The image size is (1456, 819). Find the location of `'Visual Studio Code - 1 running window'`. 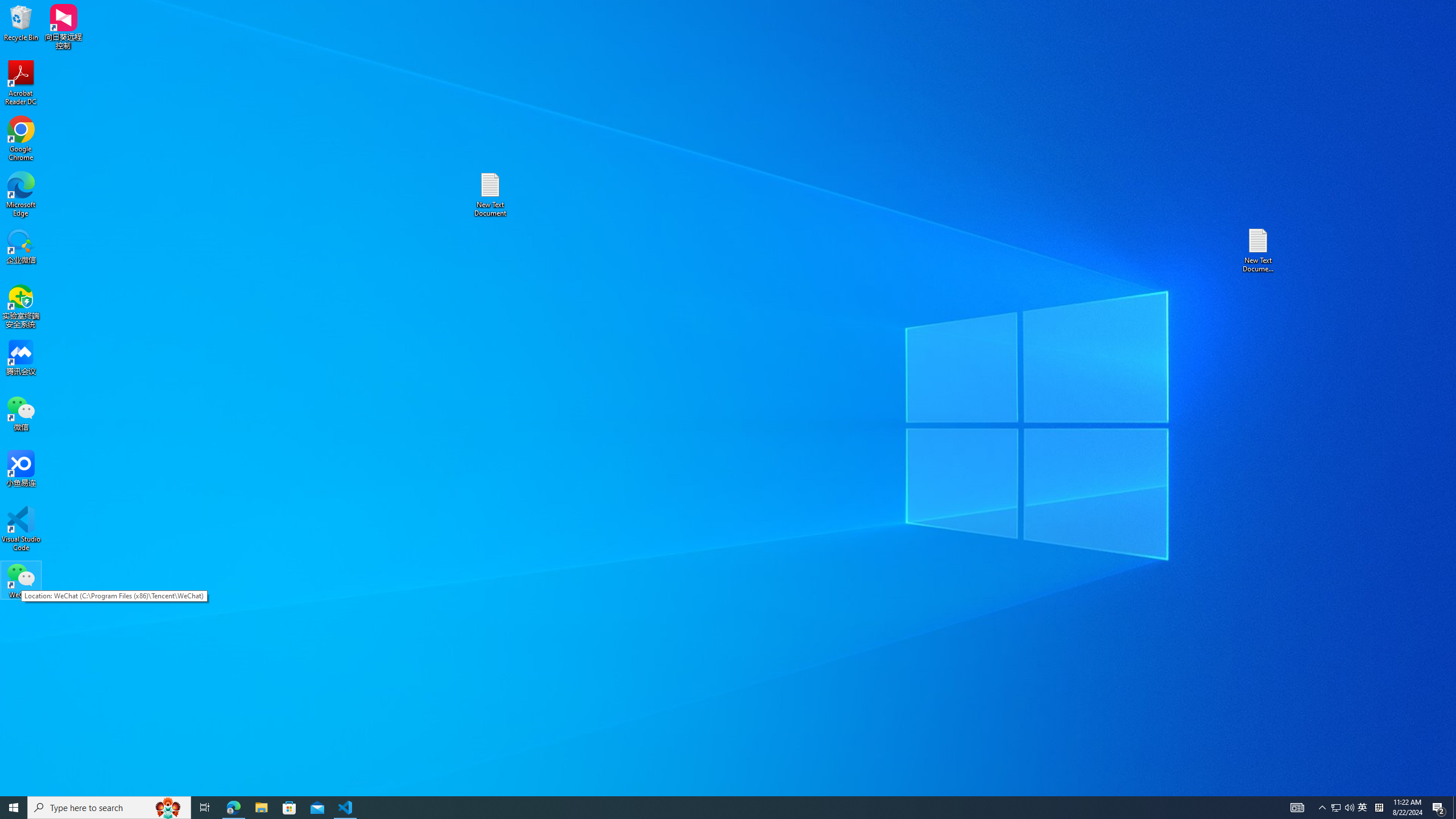

'Visual Studio Code - 1 running window' is located at coordinates (345, 806).